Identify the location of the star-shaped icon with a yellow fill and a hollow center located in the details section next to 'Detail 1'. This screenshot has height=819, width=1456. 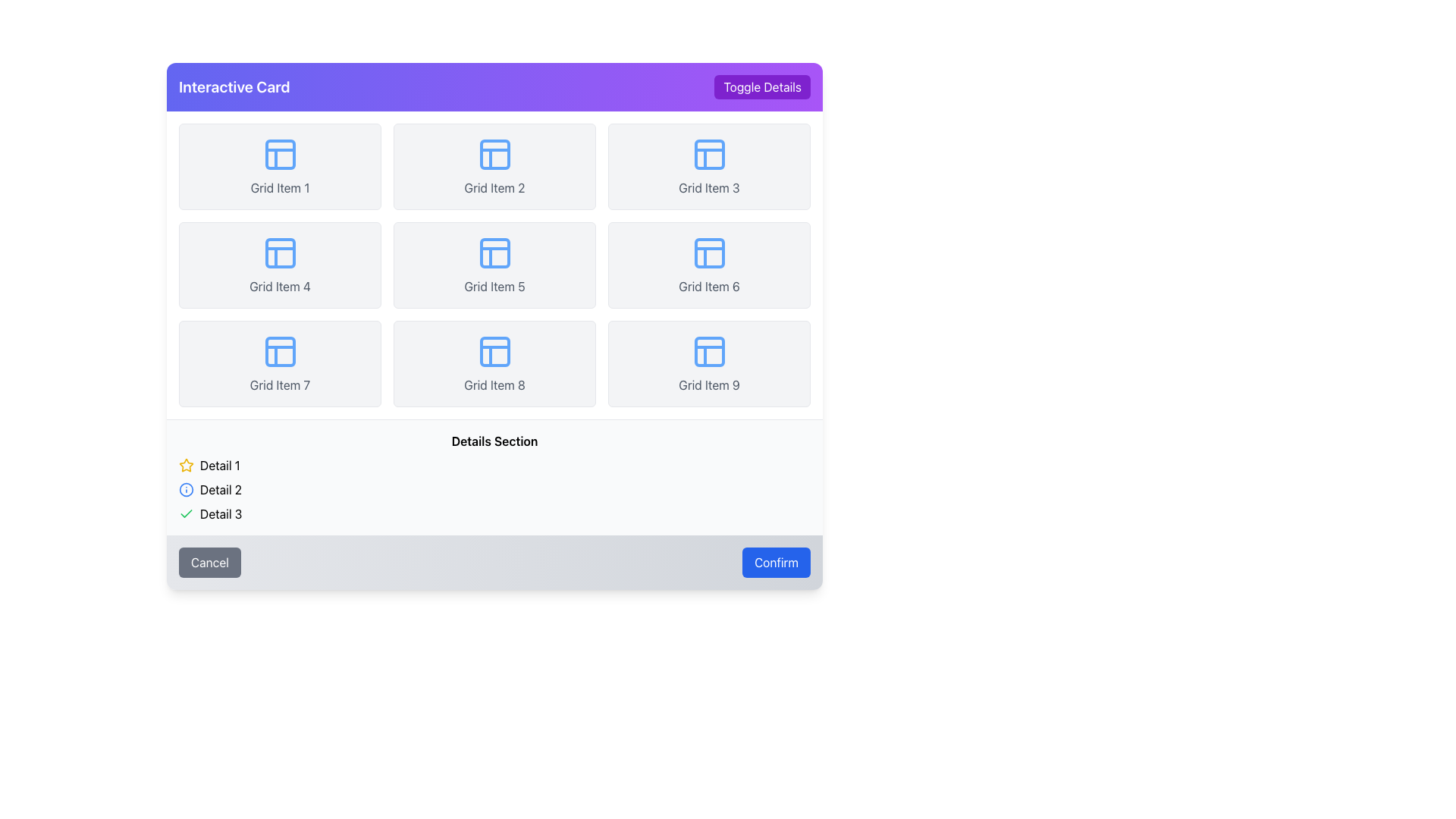
(185, 464).